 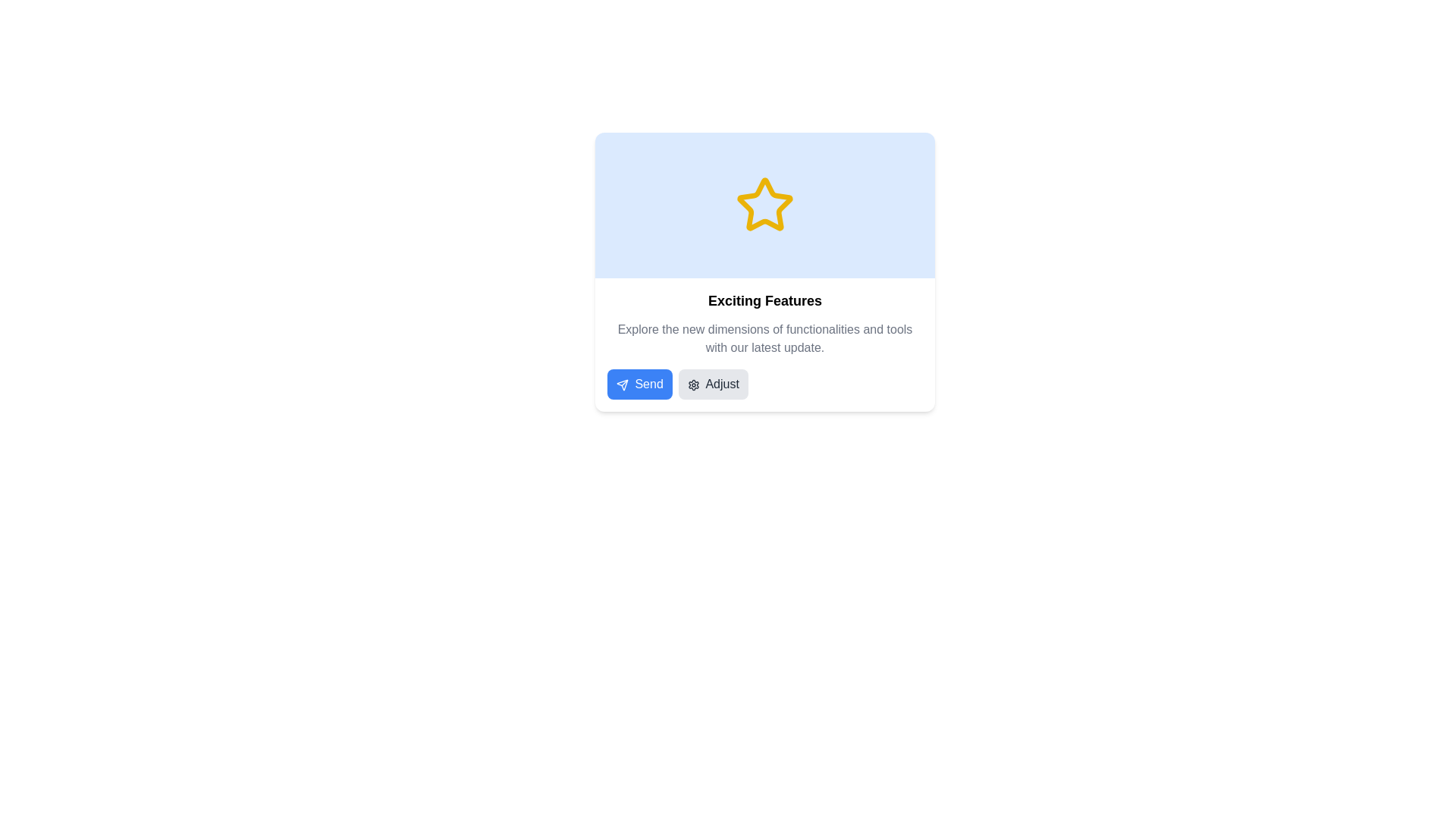 What do you see at coordinates (622, 384) in the screenshot?
I see `the 'Send' button located at the bottom-left corner of the 'Exciting Features' card, which contains the vector graphic representing a sending action` at bounding box center [622, 384].